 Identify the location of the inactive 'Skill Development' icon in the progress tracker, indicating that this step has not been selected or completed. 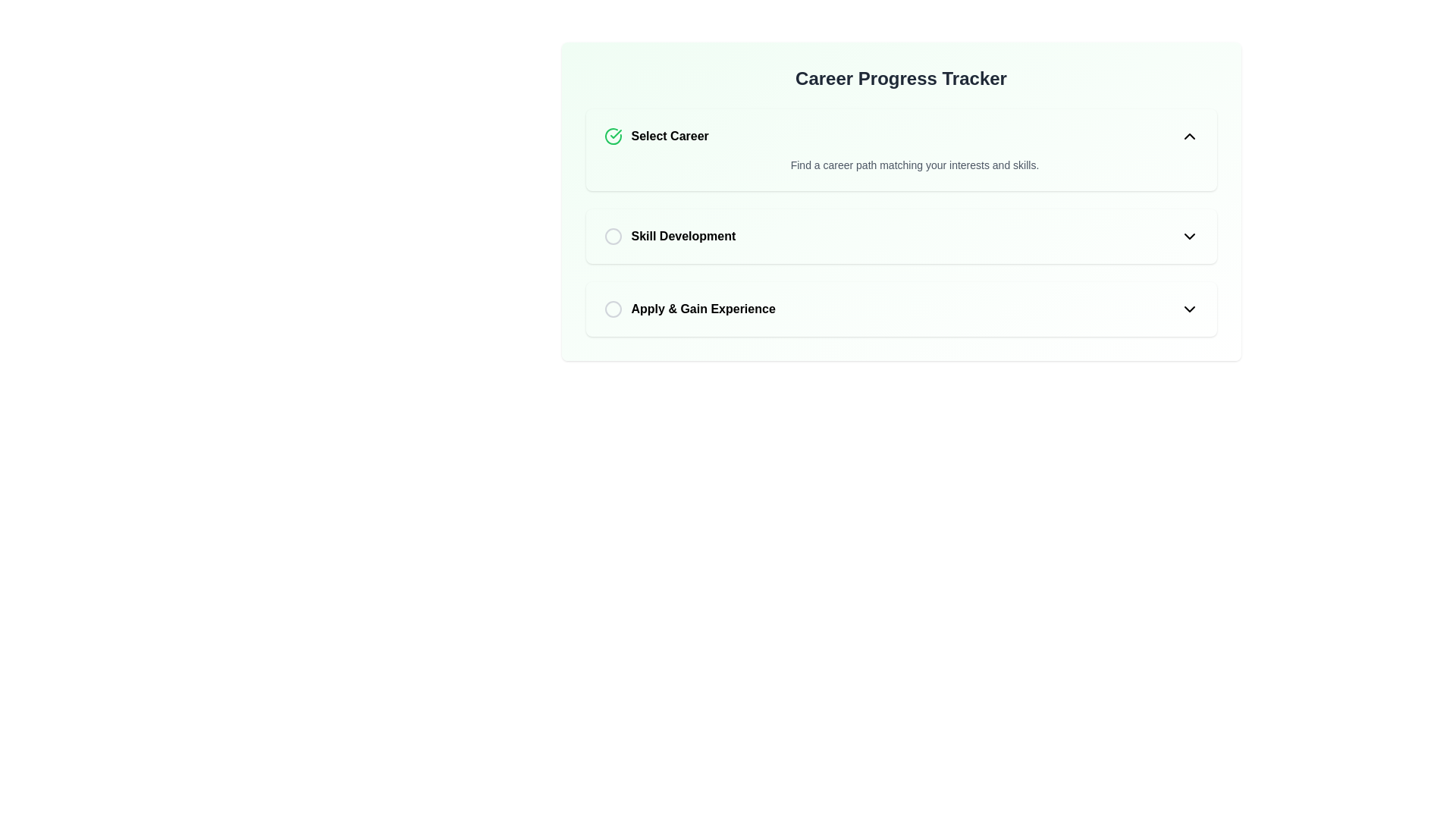
(613, 237).